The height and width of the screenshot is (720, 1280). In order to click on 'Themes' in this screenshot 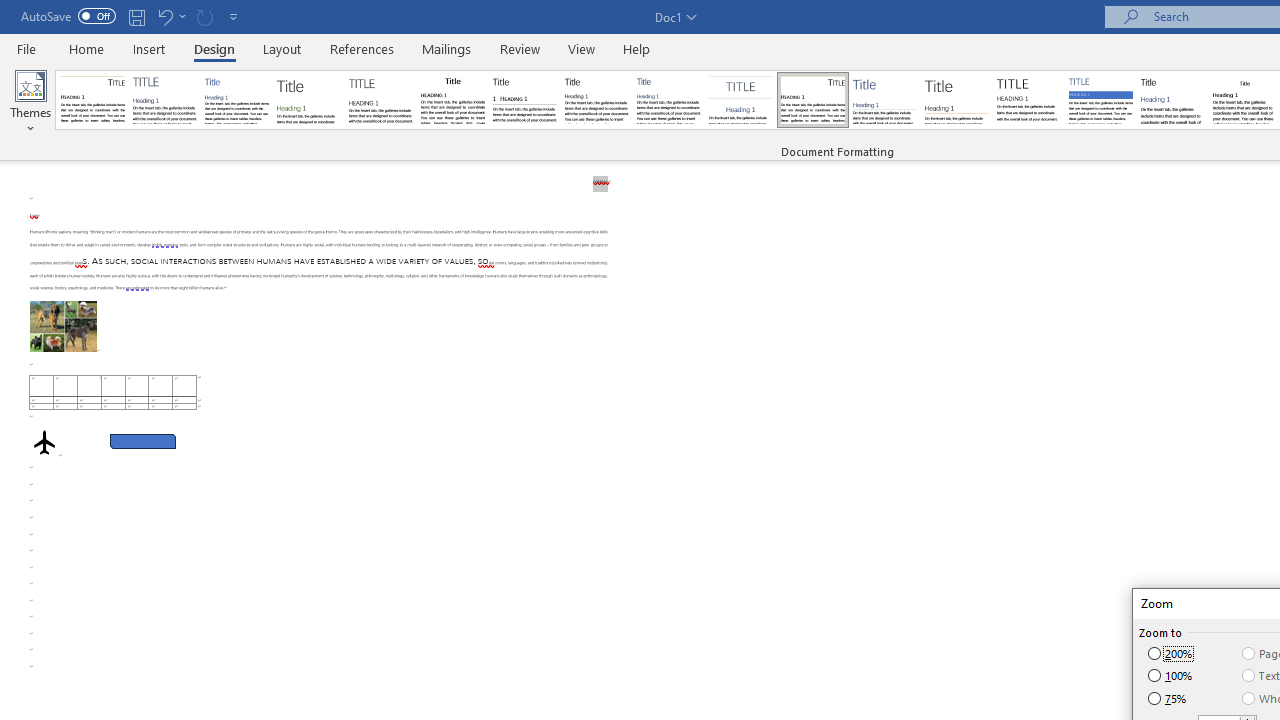, I will do `click(30, 103)`.